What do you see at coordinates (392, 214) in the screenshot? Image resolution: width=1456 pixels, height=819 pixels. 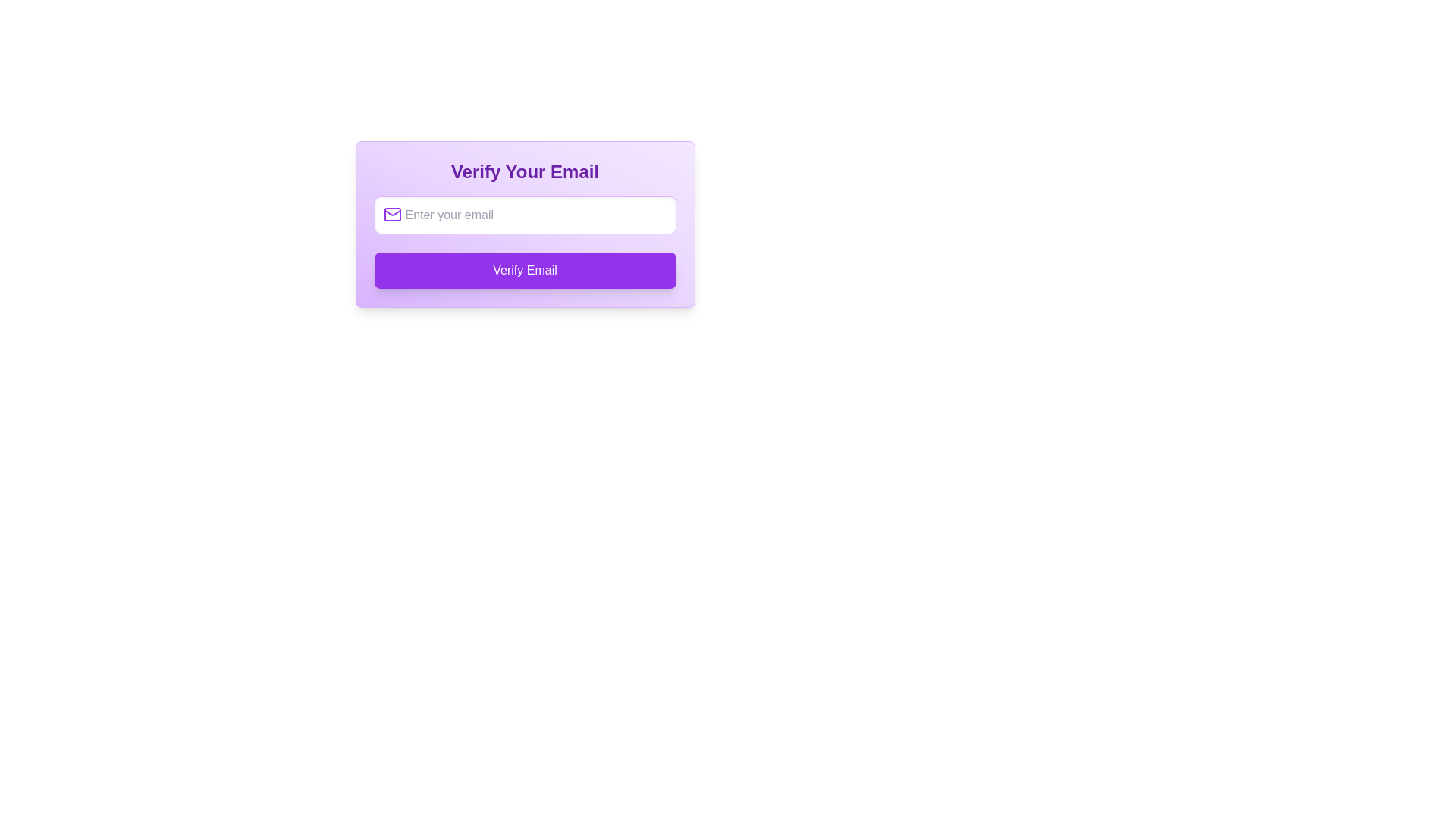 I see `the rectangular part of the email icon with a purple outline that is located to the left of the 'Enter your email' text input field in the 'Verify Your Email' interface` at bounding box center [392, 214].